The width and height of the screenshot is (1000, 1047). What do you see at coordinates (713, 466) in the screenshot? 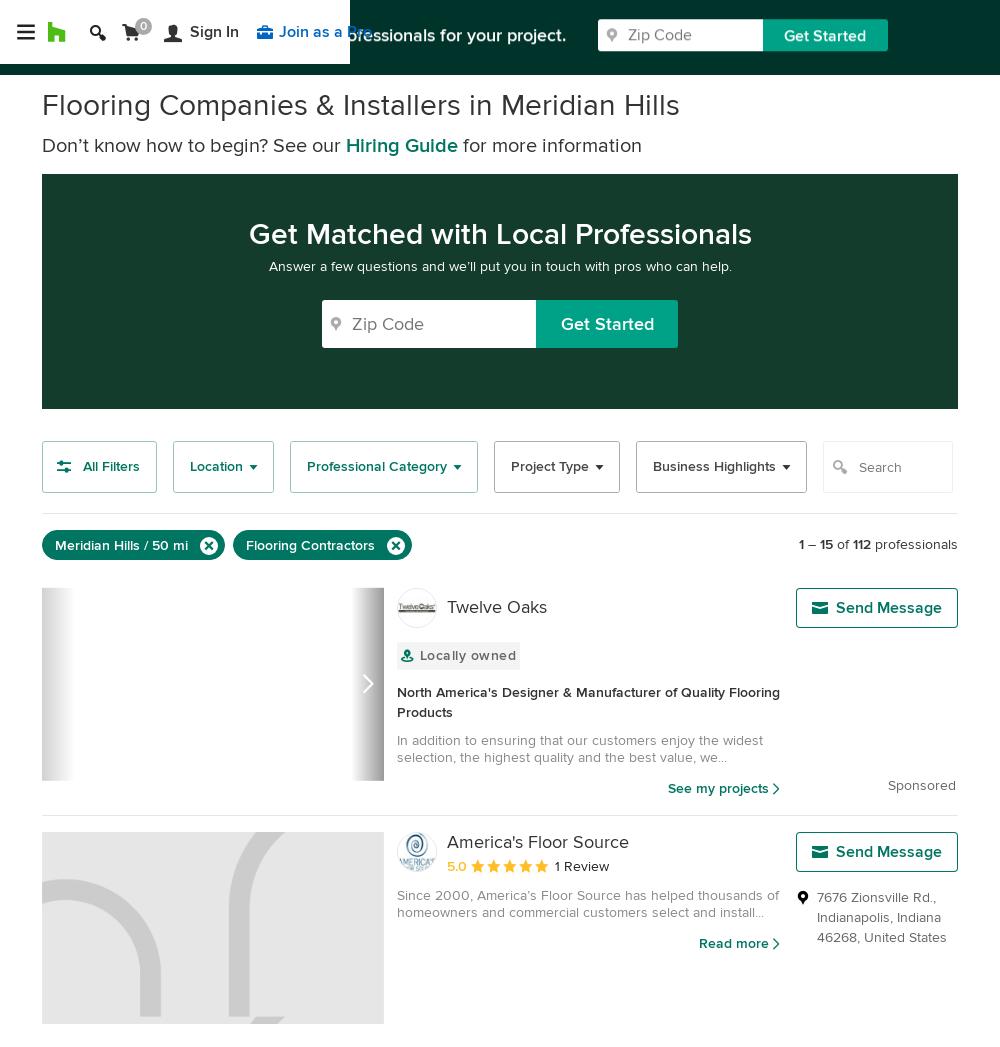
I see `'Business Highlights'` at bounding box center [713, 466].